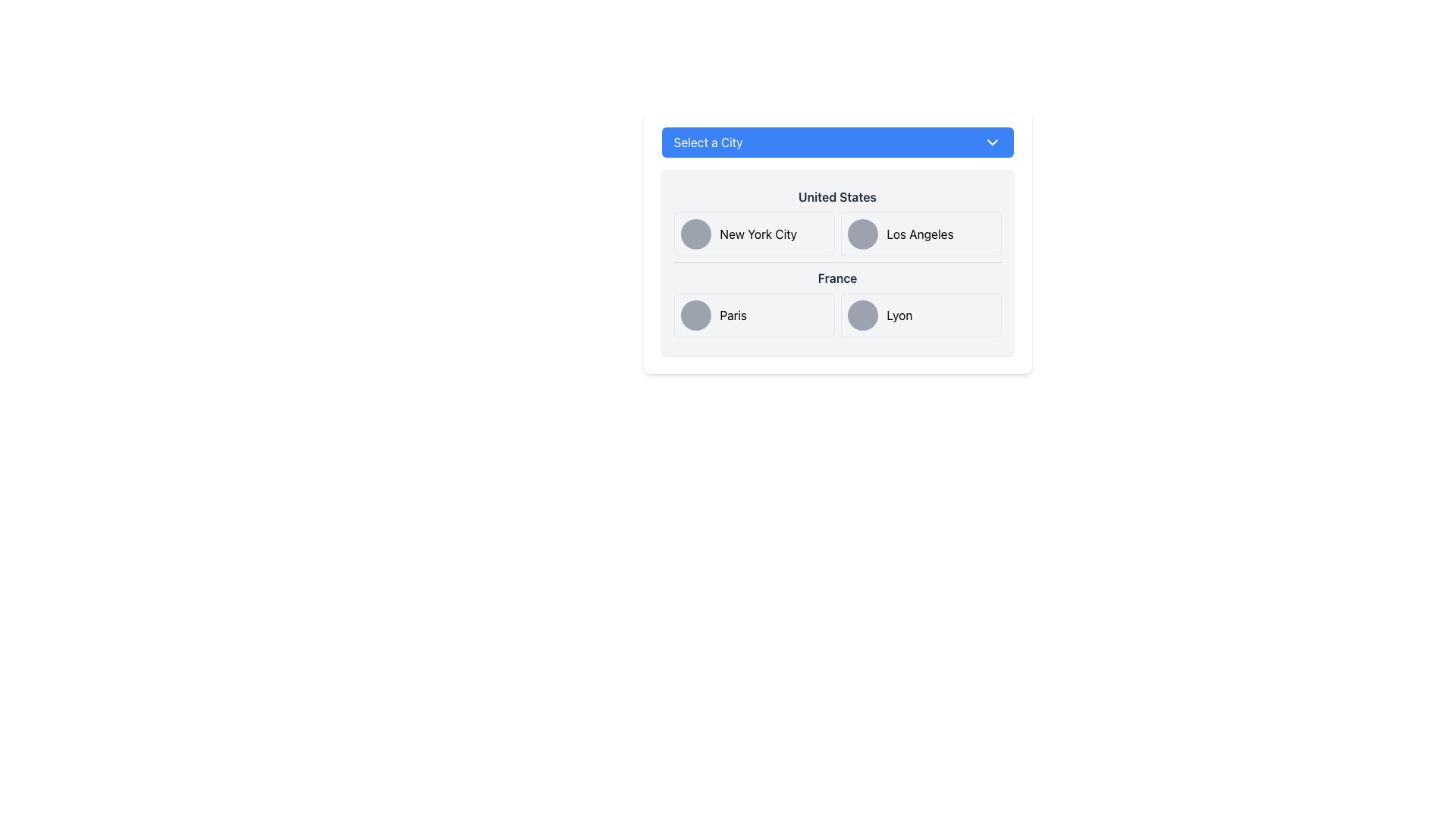  I want to click on the 'Los Angeles' text label, so click(919, 234).